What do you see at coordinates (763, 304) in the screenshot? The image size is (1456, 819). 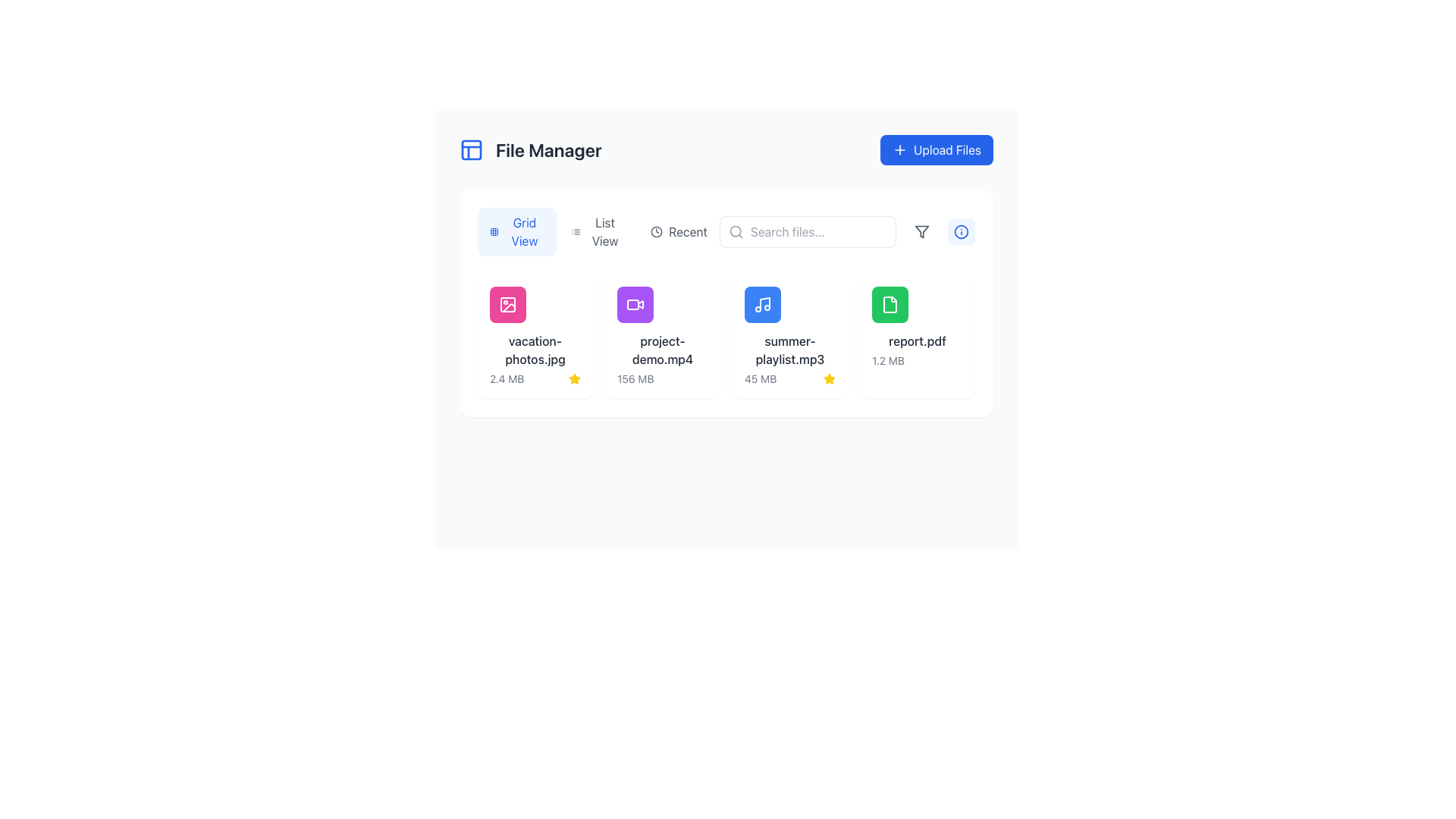 I see `the square icon with a blue background and rounded corners that features a white music note symbol in its center` at bounding box center [763, 304].